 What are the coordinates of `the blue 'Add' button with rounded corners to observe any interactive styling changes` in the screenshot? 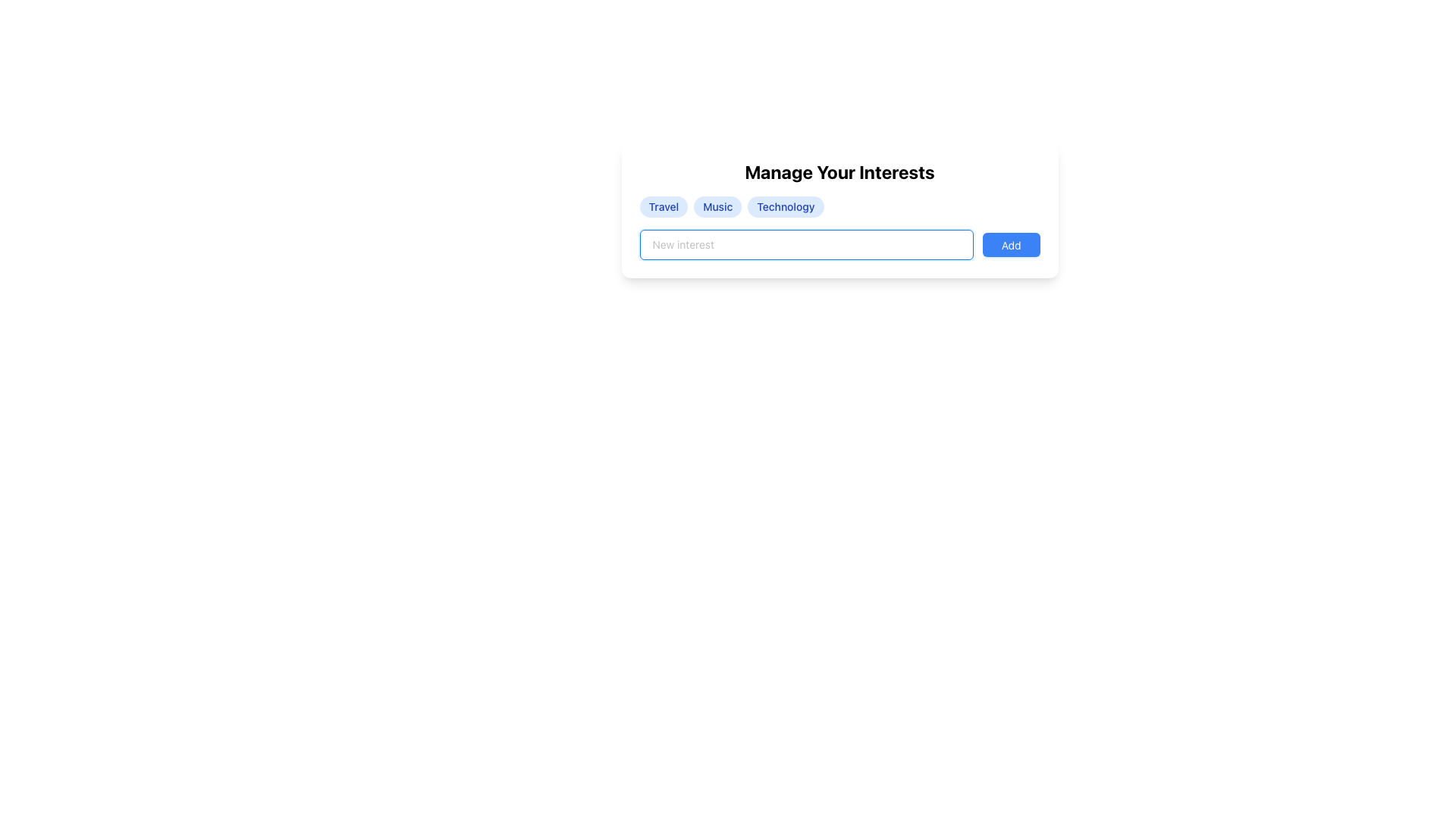 It's located at (1011, 244).